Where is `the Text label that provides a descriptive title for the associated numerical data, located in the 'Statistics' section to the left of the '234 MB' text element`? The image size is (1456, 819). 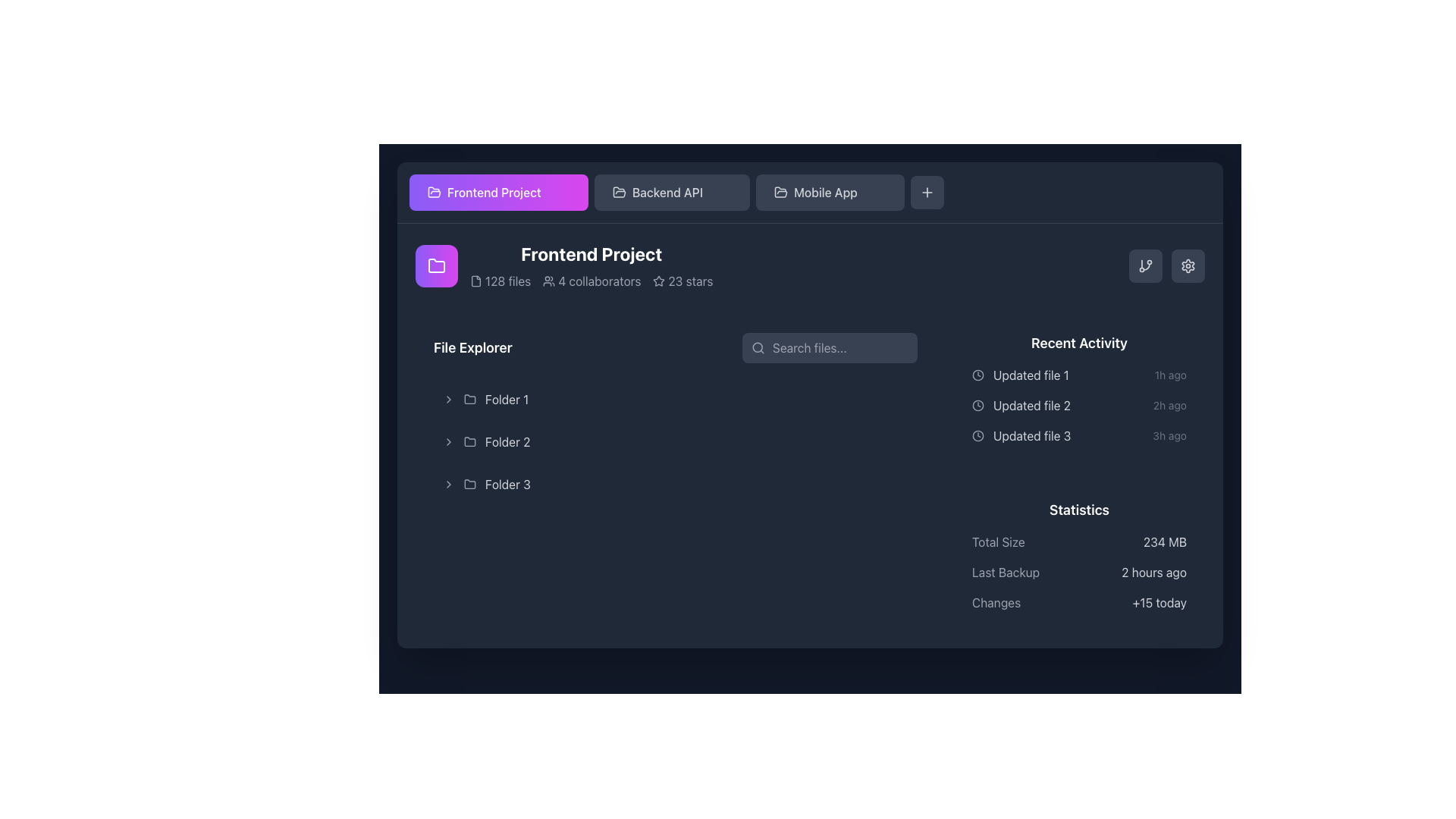
the Text label that provides a descriptive title for the associated numerical data, located in the 'Statistics' section to the left of the '234 MB' text element is located at coordinates (998, 541).